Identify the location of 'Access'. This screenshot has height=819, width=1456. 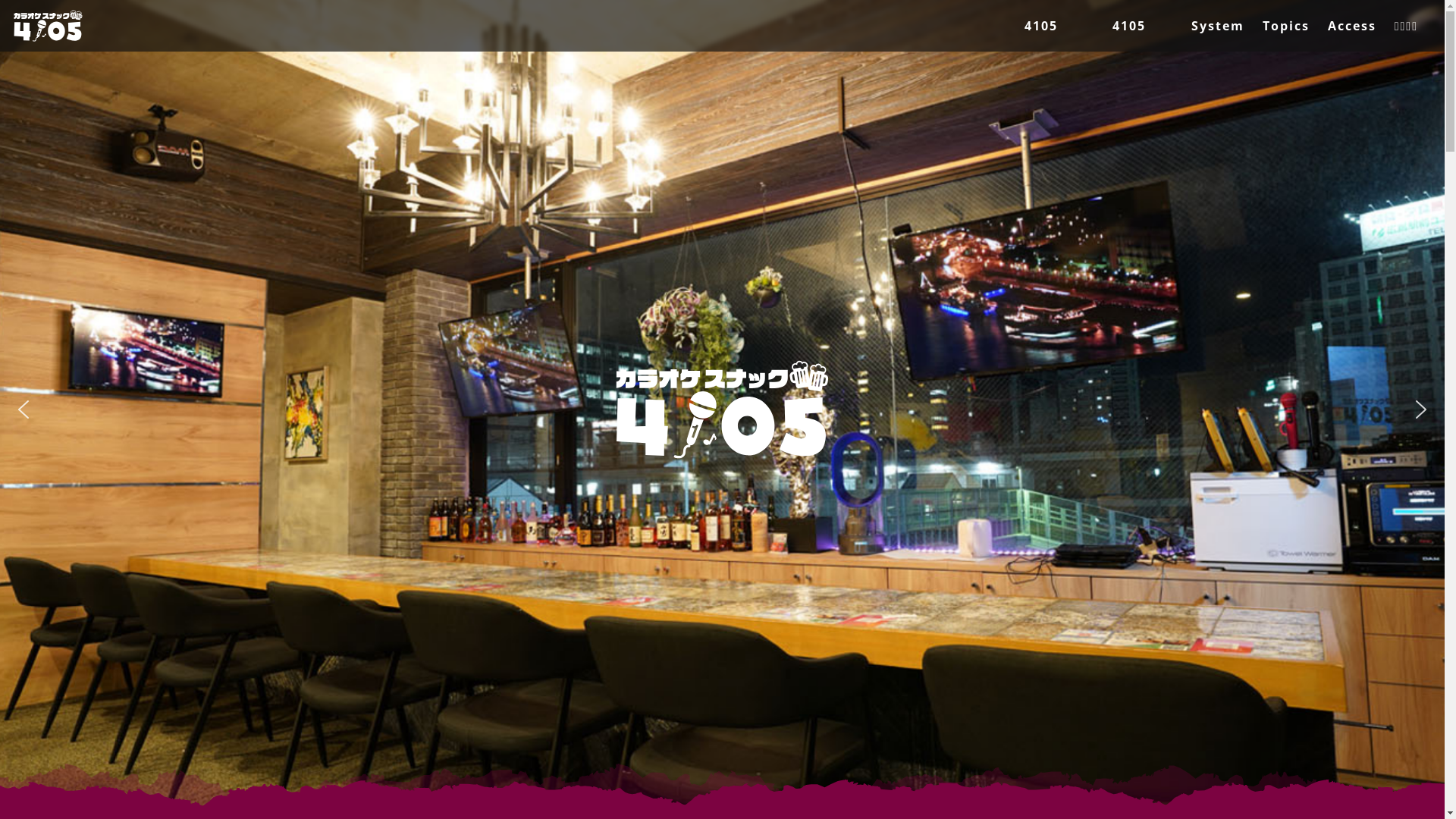
(1351, 26).